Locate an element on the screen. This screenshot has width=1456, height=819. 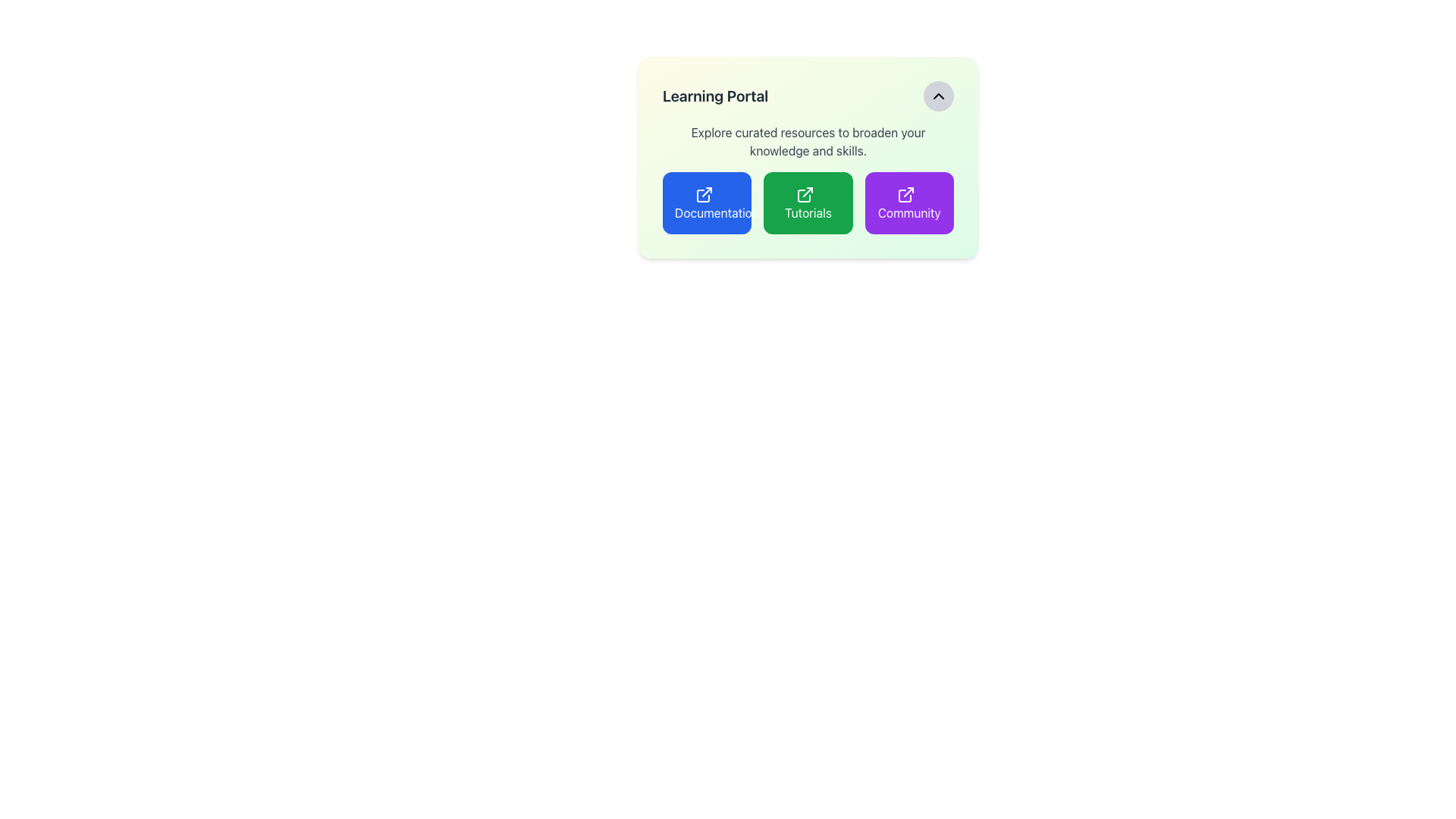
the visual alignment of the external link icon located to the left of the 'Documentation' text in the blue rectangular button to understand its link functionality is located at coordinates (703, 193).